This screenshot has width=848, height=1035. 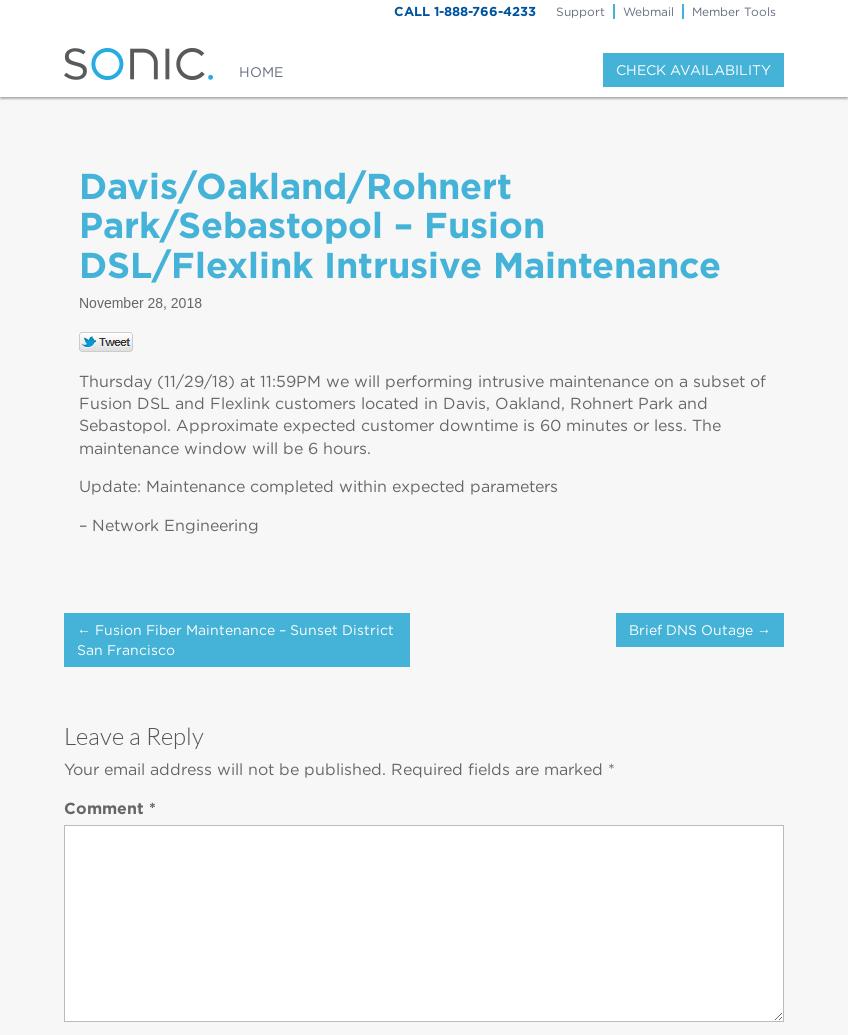 I want to click on 'Check Availability', so click(x=693, y=69).